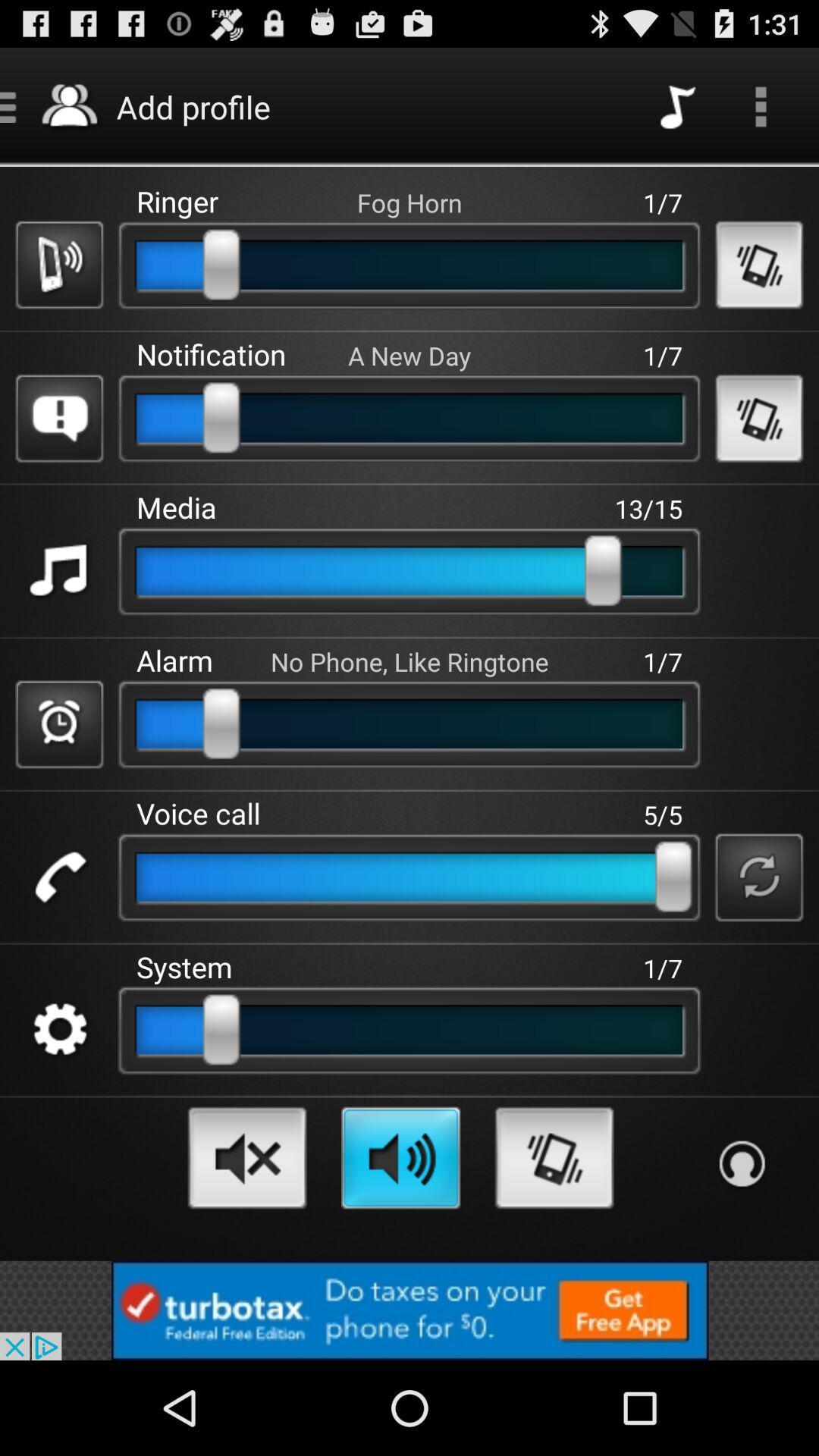  What do you see at coordinates (58, 723) in the screenshot?
I see `selecting alarm` at bounding box center [58, 723].